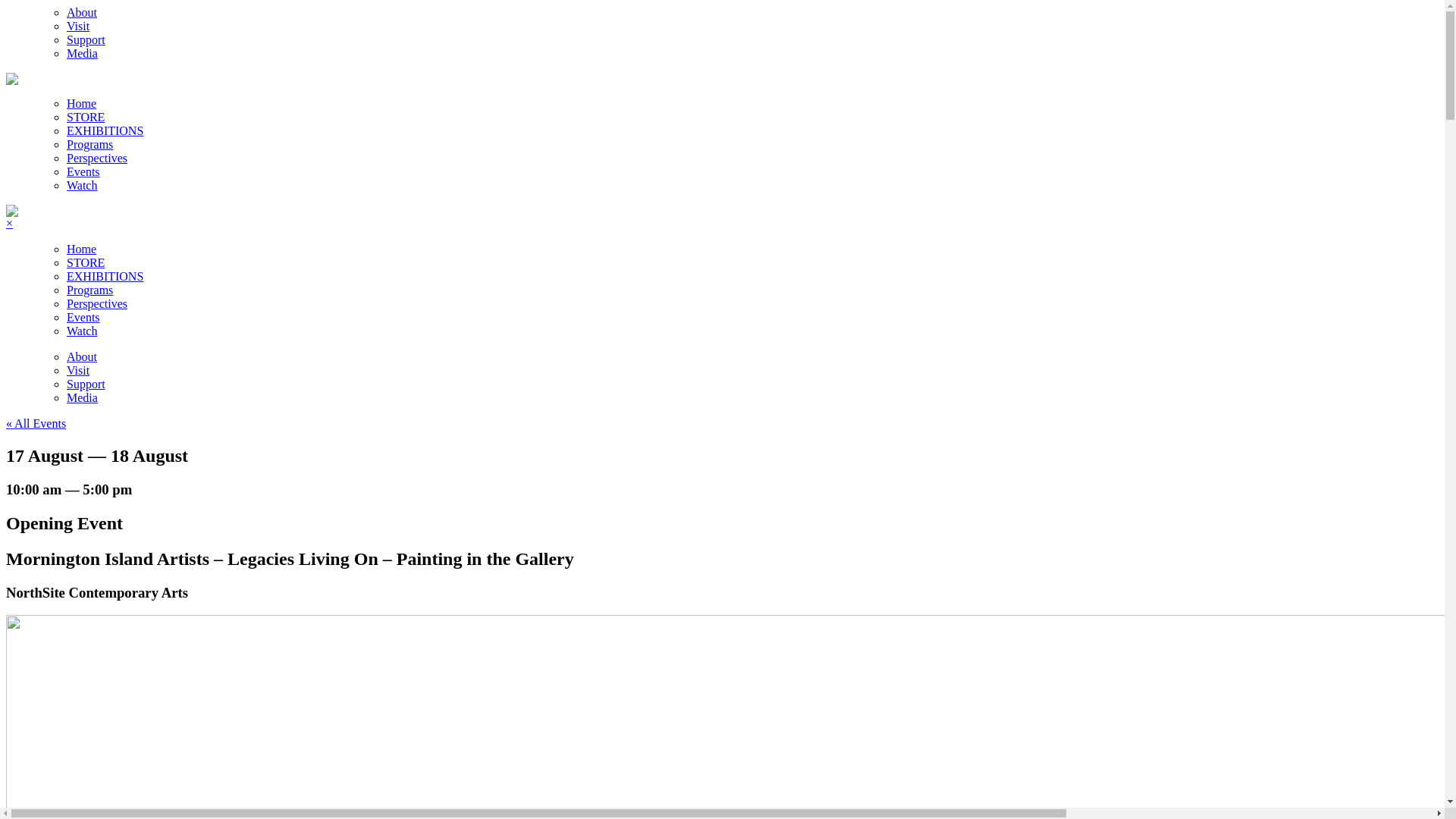  I want to click on 'Perspectives', so click(96, 303).